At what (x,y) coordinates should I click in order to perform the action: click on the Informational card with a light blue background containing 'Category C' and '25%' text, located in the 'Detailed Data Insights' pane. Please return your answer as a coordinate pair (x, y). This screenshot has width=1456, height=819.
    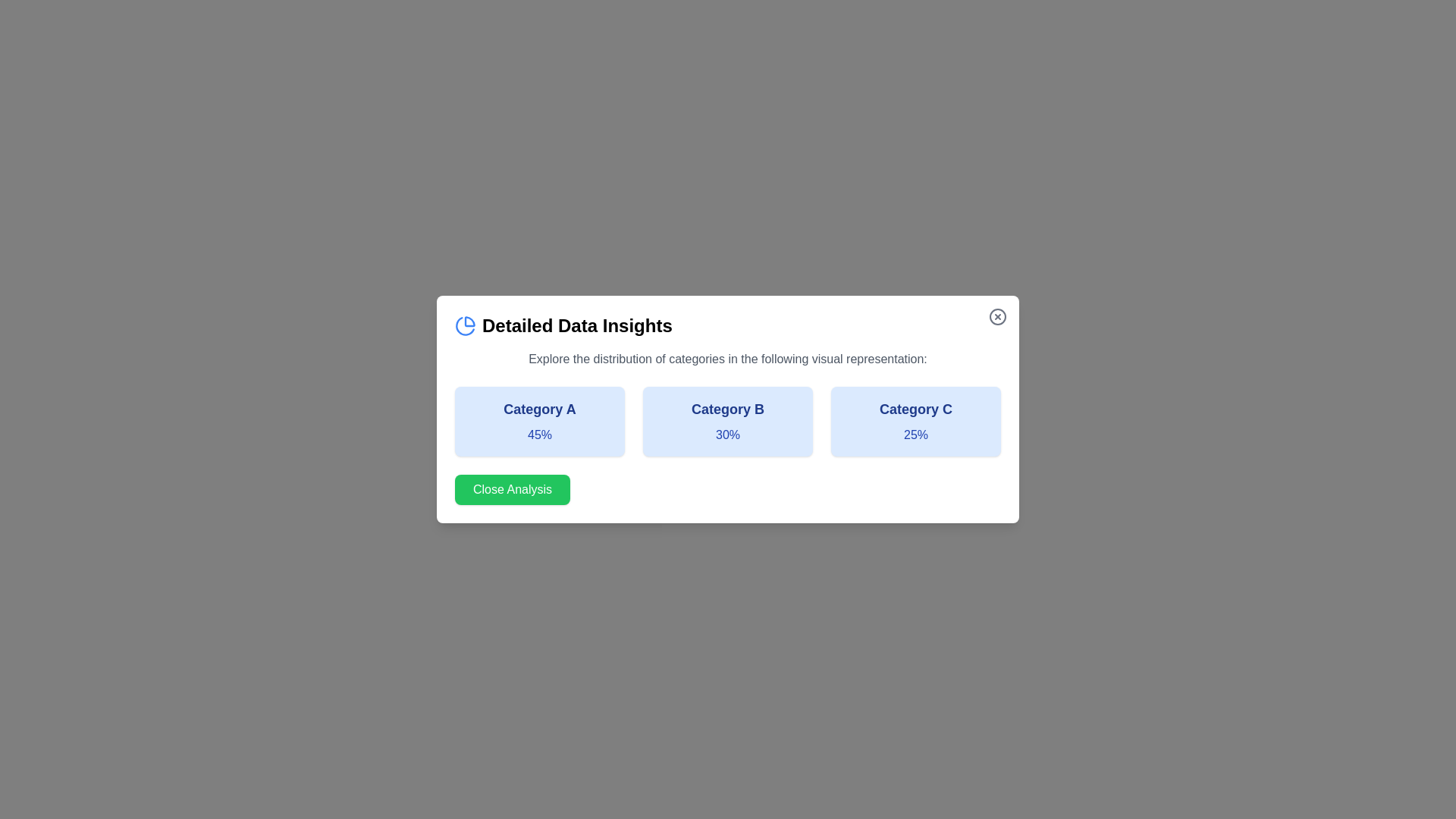
    Looking at the image, I should click on (915, 421).